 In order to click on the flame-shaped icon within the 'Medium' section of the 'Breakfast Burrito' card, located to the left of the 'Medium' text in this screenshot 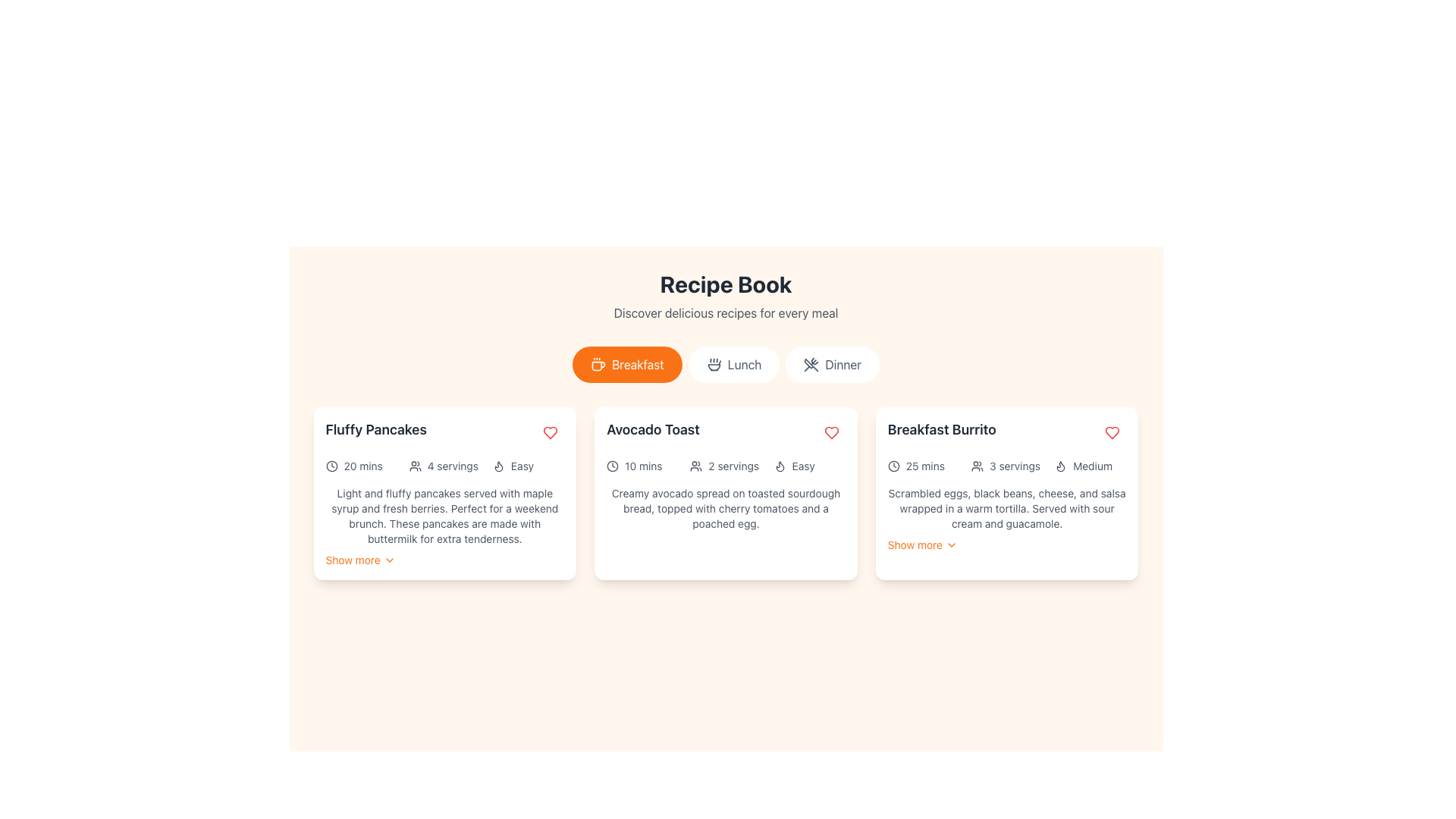, I will do `click(1060, 465)`.